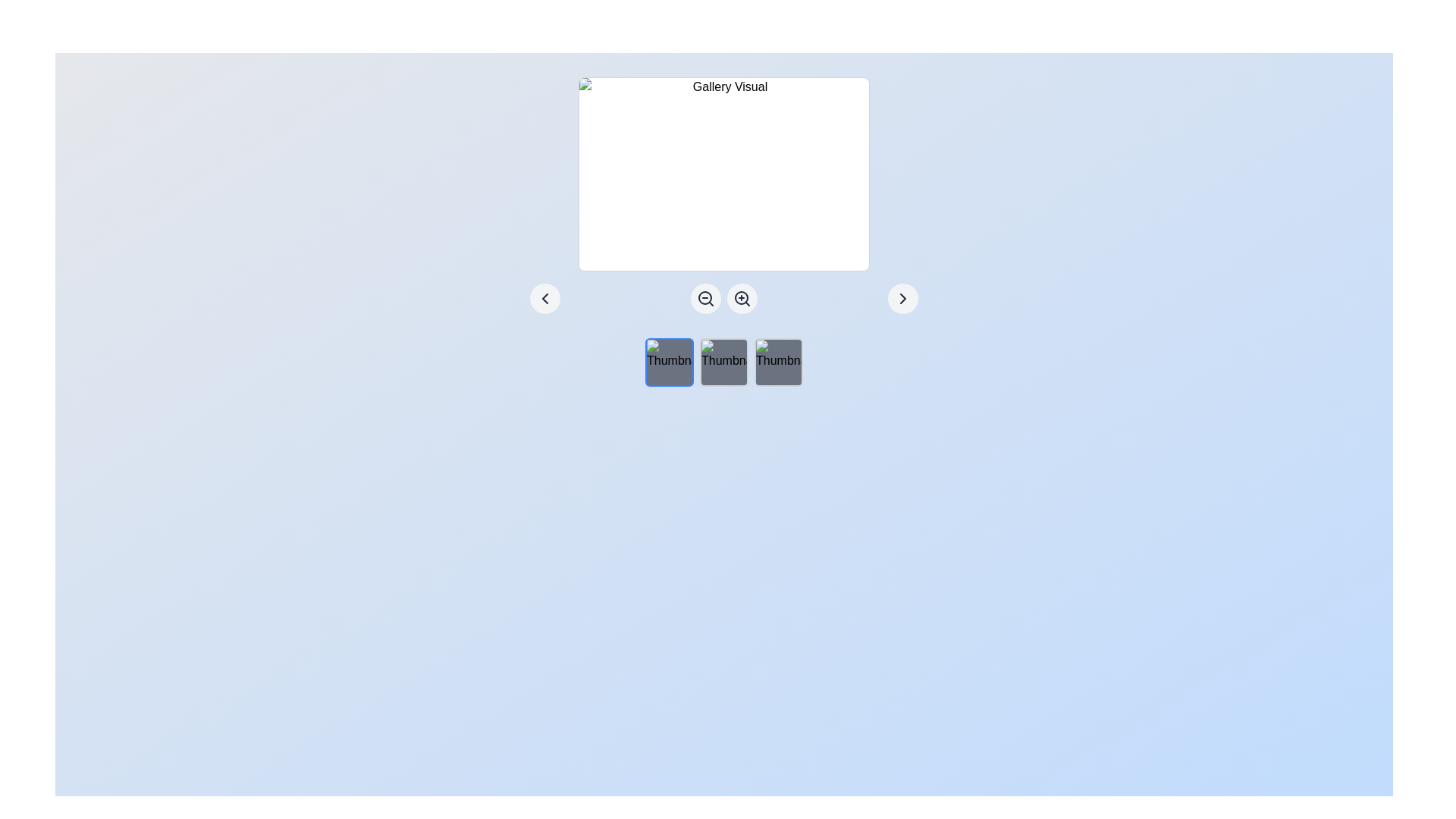 The width and height of the screenshot is (1456, 819). What do you see at coordinates (723, 362) in the screenshot?
I see `the second thumbnail image with rounded corners and a bluish gradient` at bounding box center [723, 362].